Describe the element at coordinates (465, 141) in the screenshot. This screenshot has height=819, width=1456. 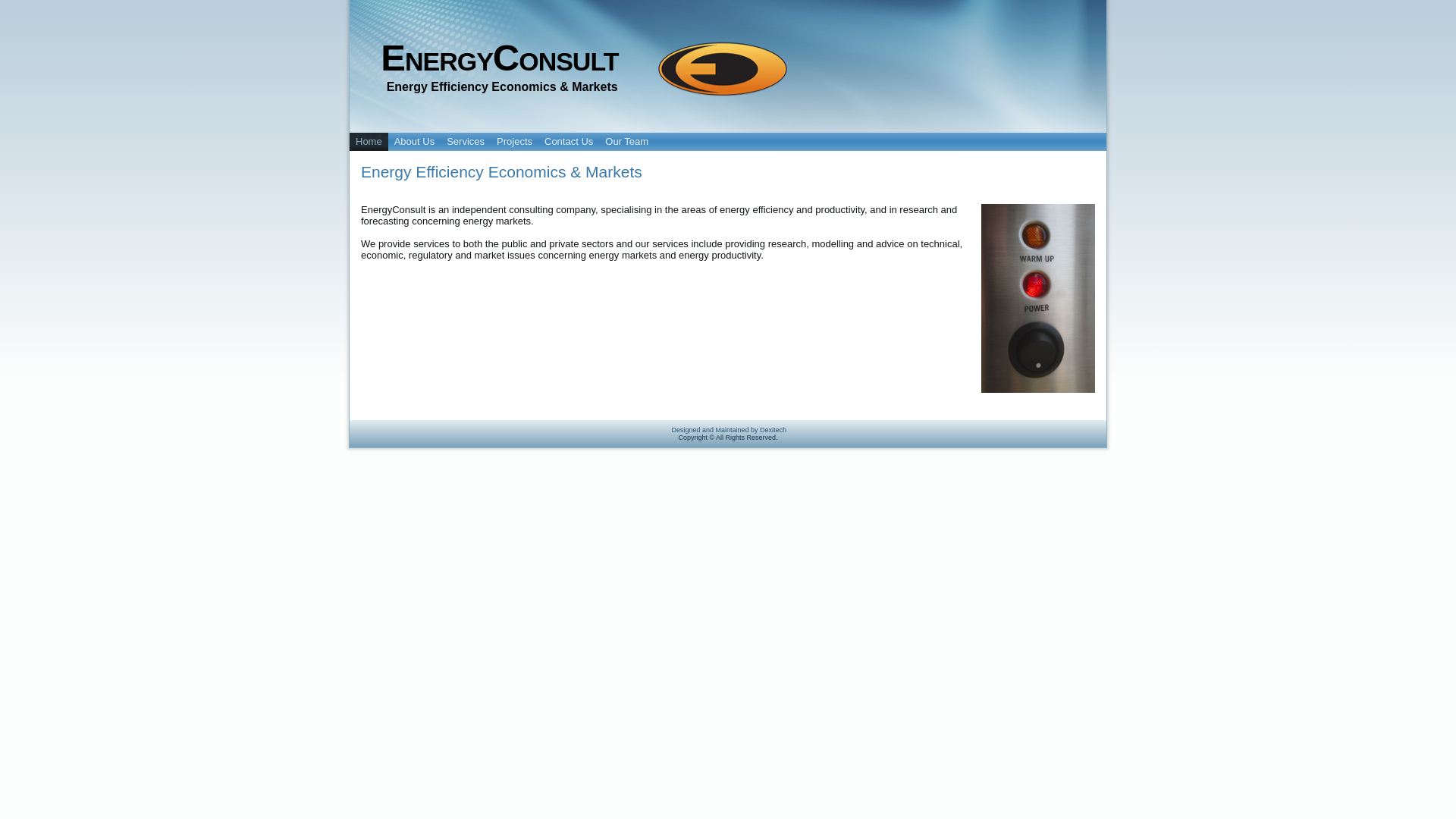
I see `'Services'` at that location.